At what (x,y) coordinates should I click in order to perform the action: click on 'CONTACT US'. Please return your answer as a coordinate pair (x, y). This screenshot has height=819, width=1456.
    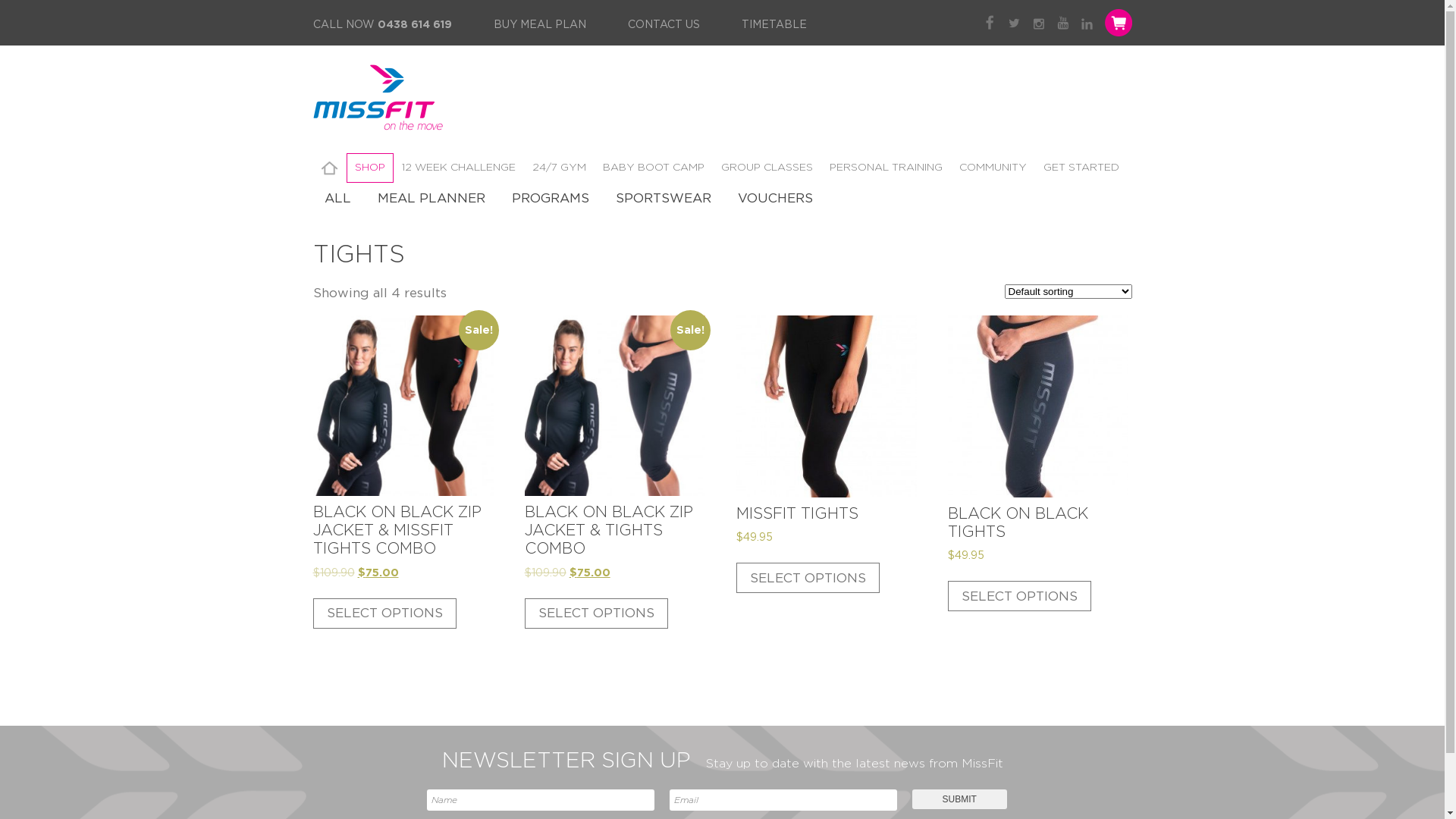
    Looking at the image, I should click on (664, 25).